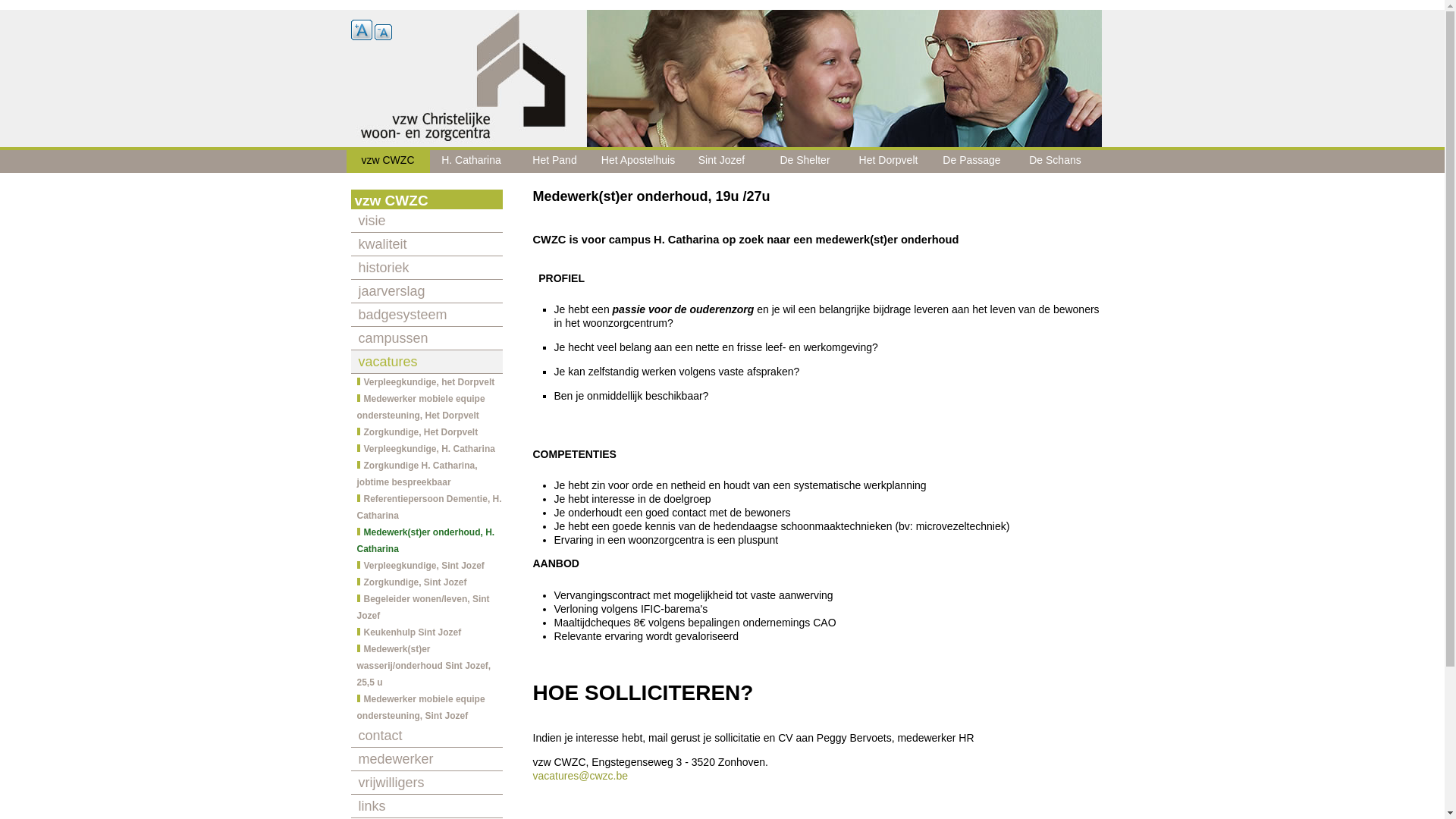 This screenshot has height=819, width=1456. I want to click on 'Verpleegkundige, H. Catharina', so click(425, 447).